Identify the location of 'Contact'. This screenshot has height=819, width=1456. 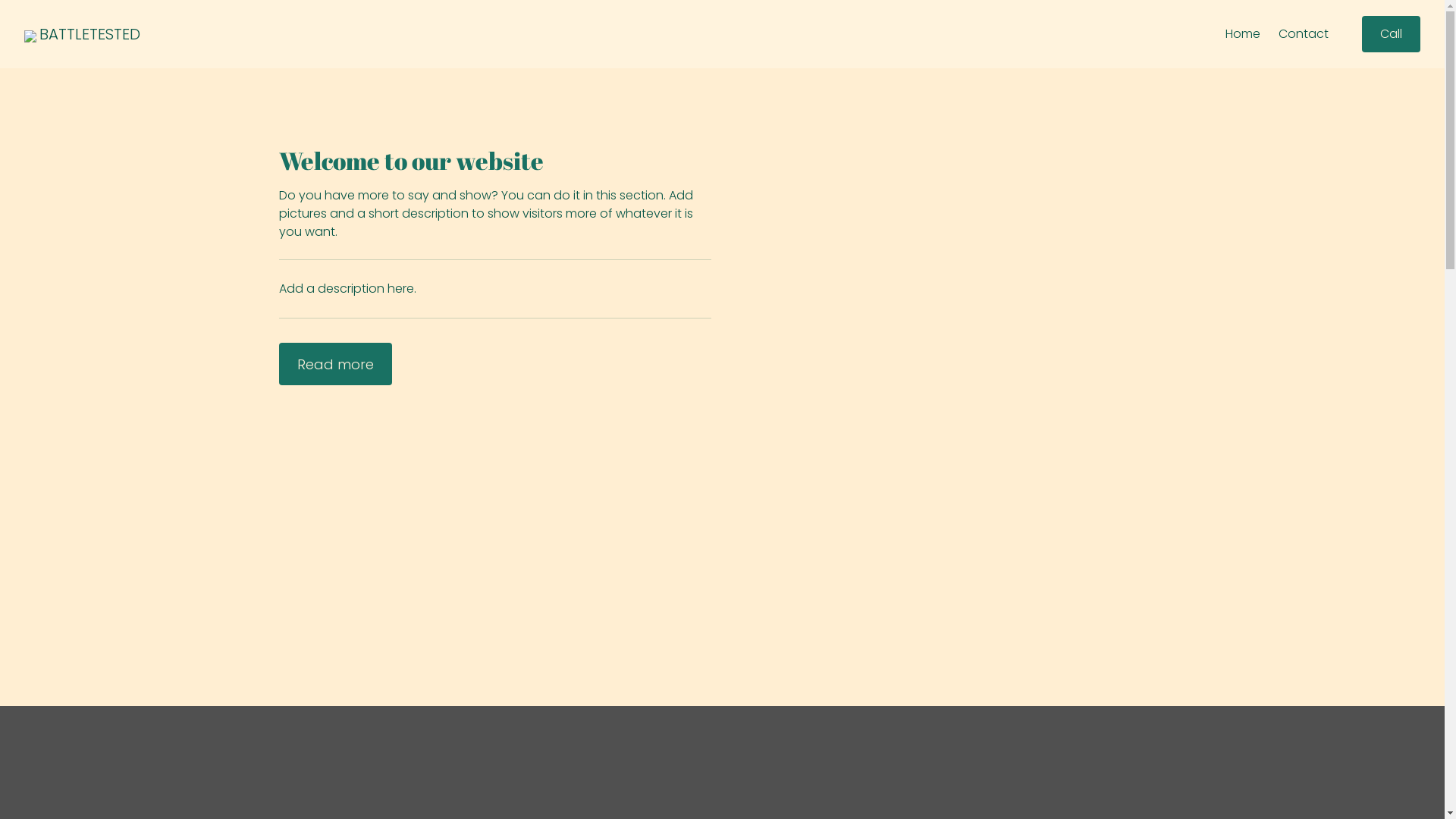
(1302, 34).